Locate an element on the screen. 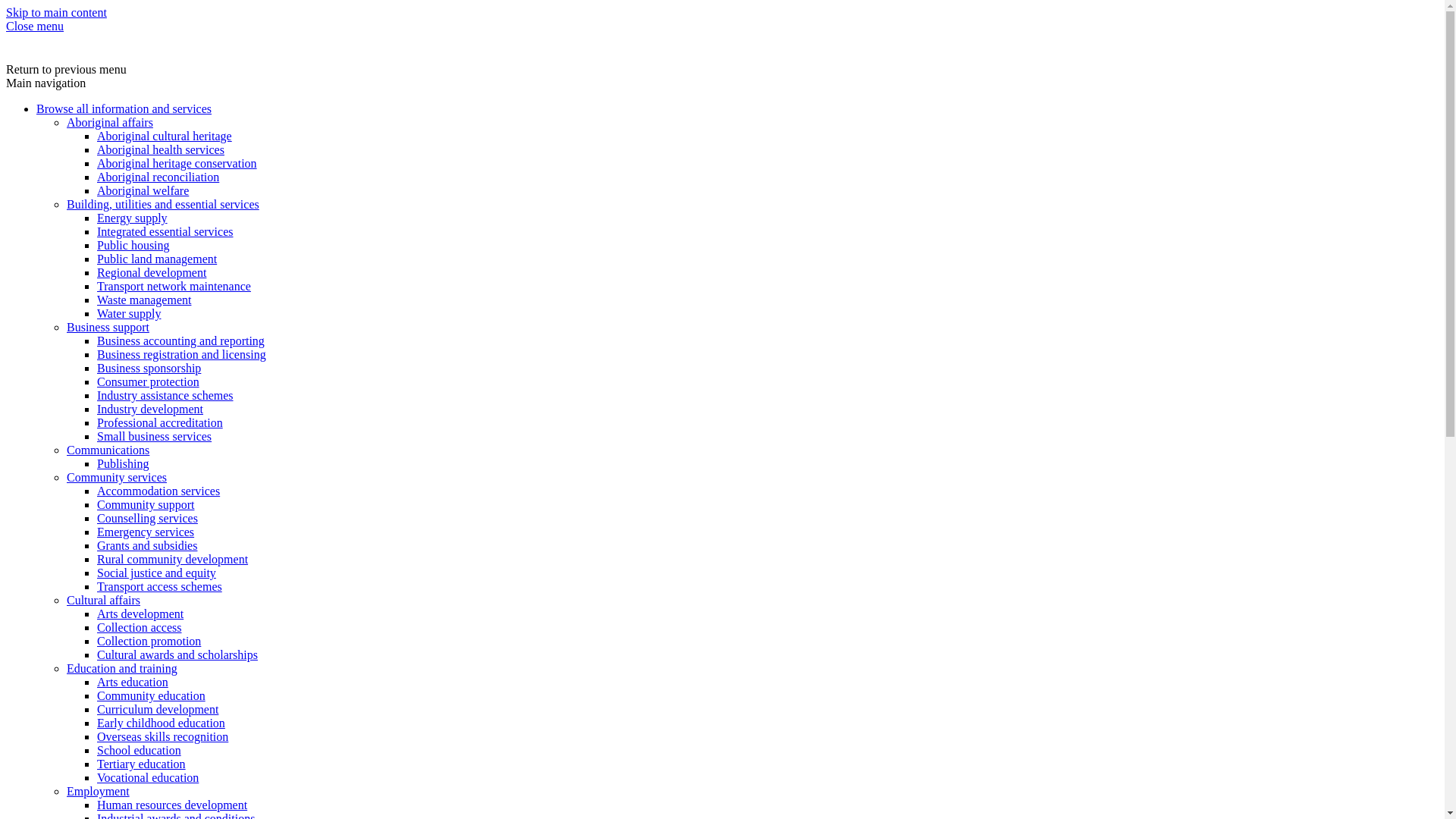  'Industry development' is located at coordinates (149, 408).